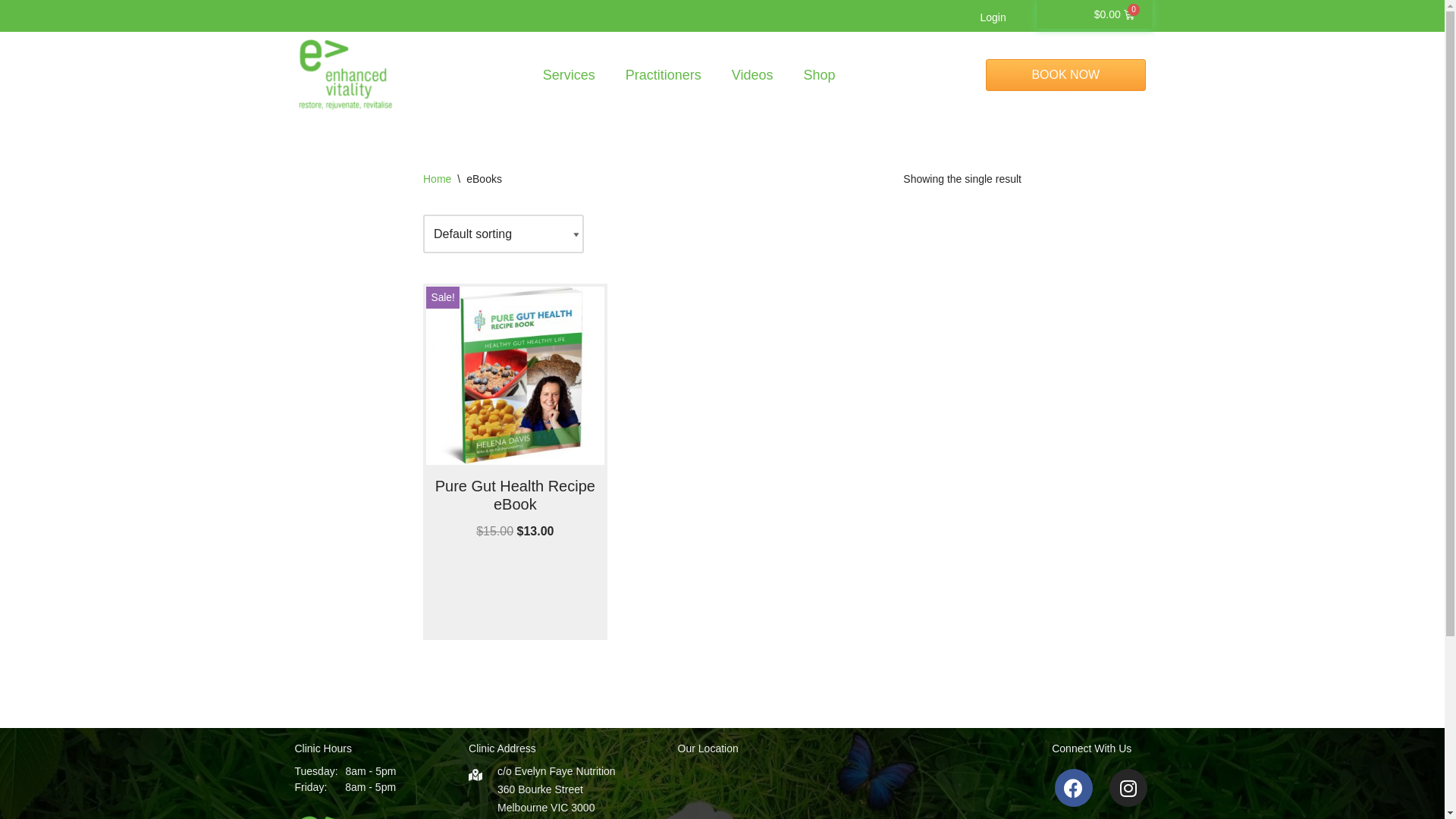  What do you see at coordinates (752, 75) in the screenshot?
I see `'Videos'` at bounding box center [752, 75].